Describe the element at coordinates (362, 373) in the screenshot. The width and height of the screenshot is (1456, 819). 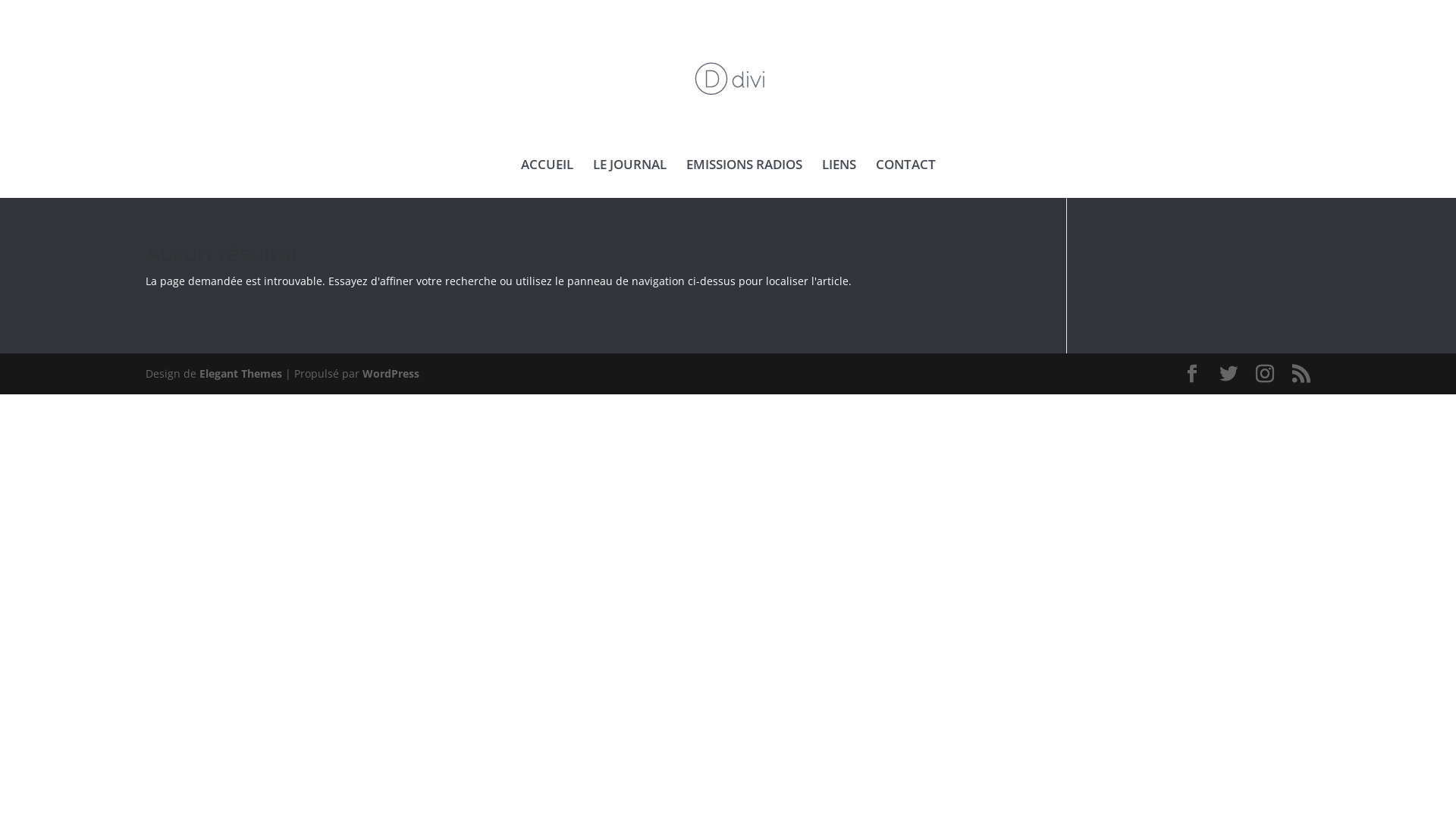
I see `'WordPress'` at that location.